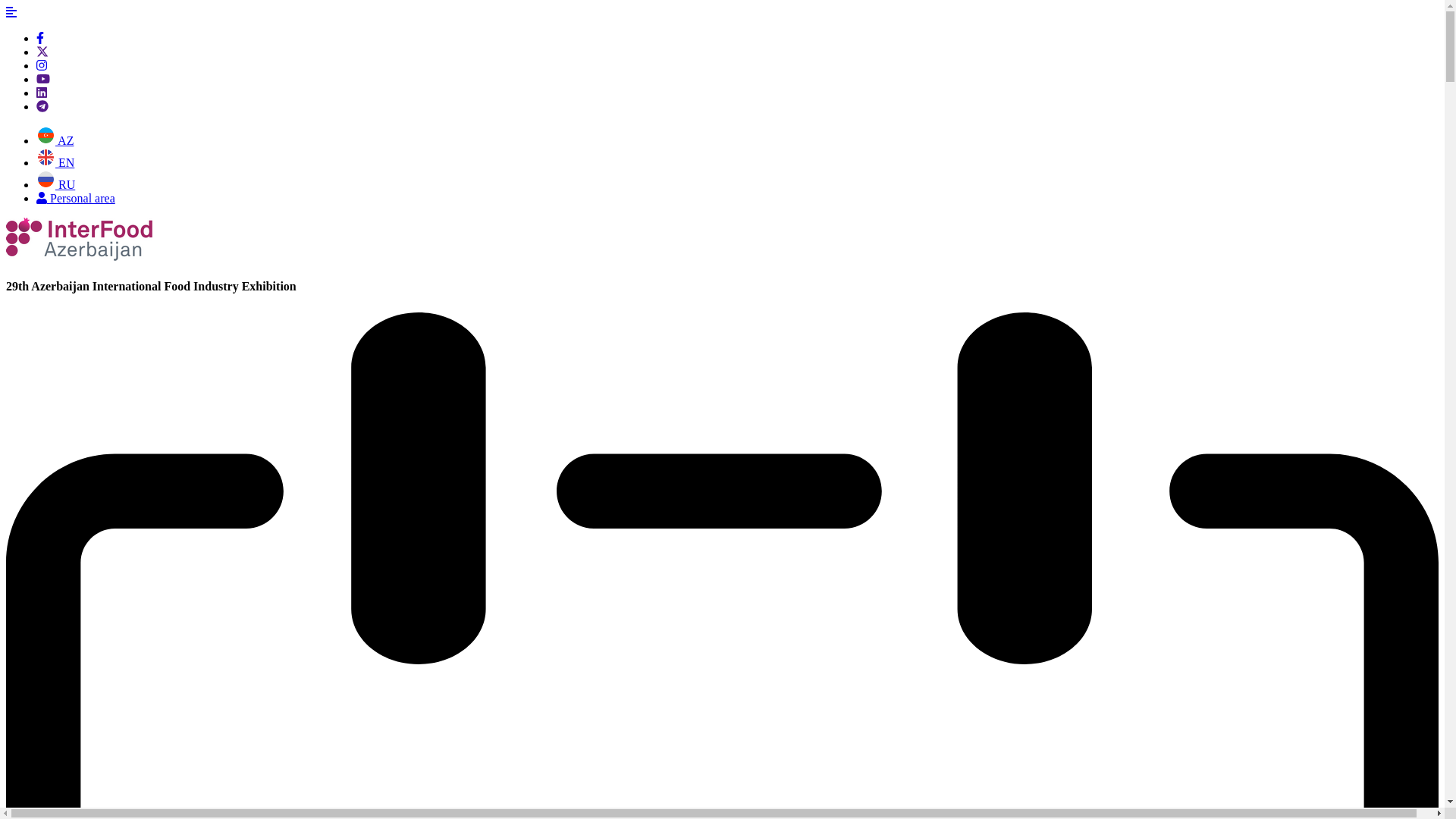 Image resolution: width=1456 pixels, height=819 pixels. Describe the element at coordinates (55, 140) in the screenshot. I see `'AZ'` at that location.